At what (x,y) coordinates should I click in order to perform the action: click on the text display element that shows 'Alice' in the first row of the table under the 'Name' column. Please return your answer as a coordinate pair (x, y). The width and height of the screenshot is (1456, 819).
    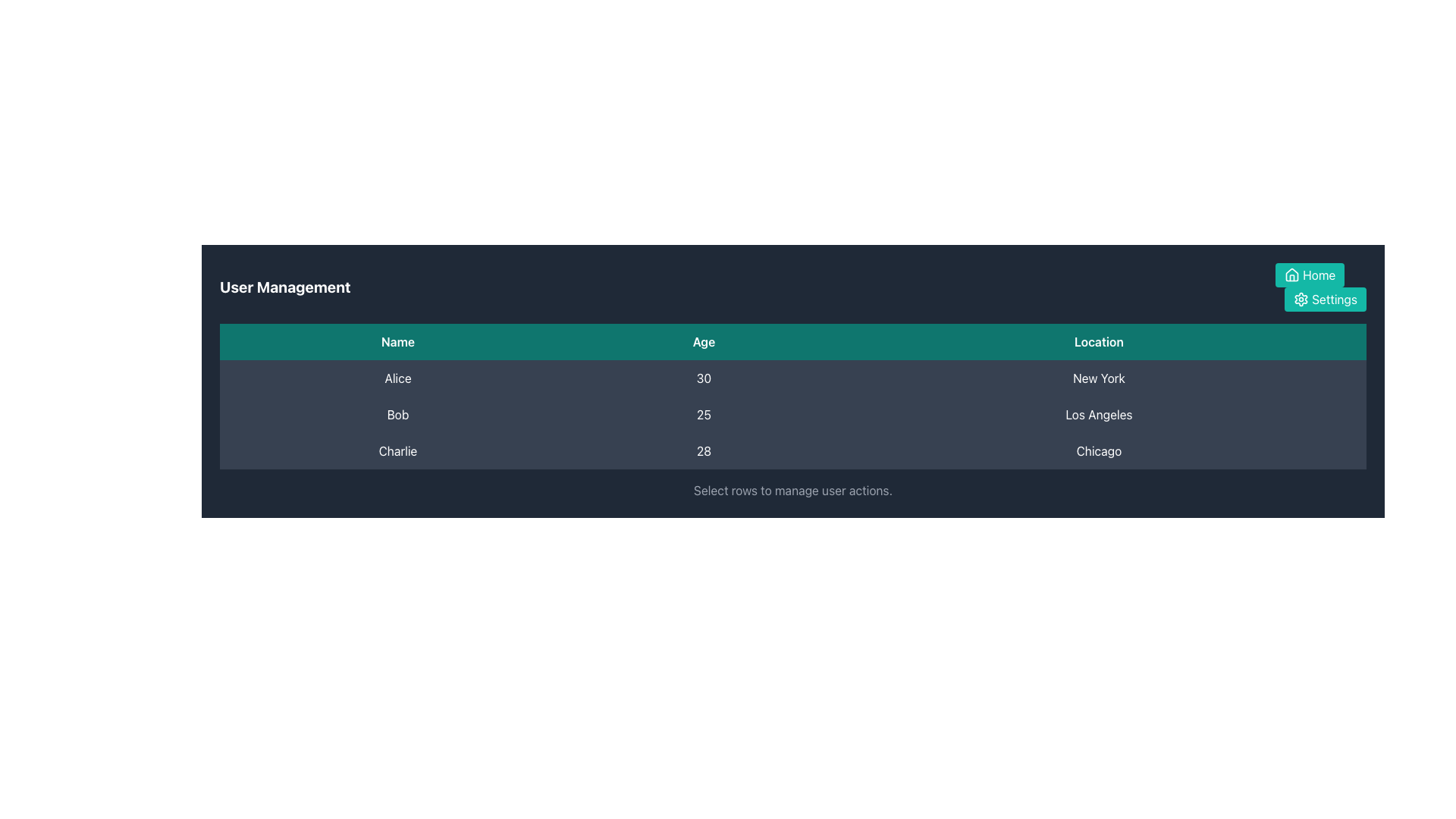
    Looking at the image, I should click on (397, 377).